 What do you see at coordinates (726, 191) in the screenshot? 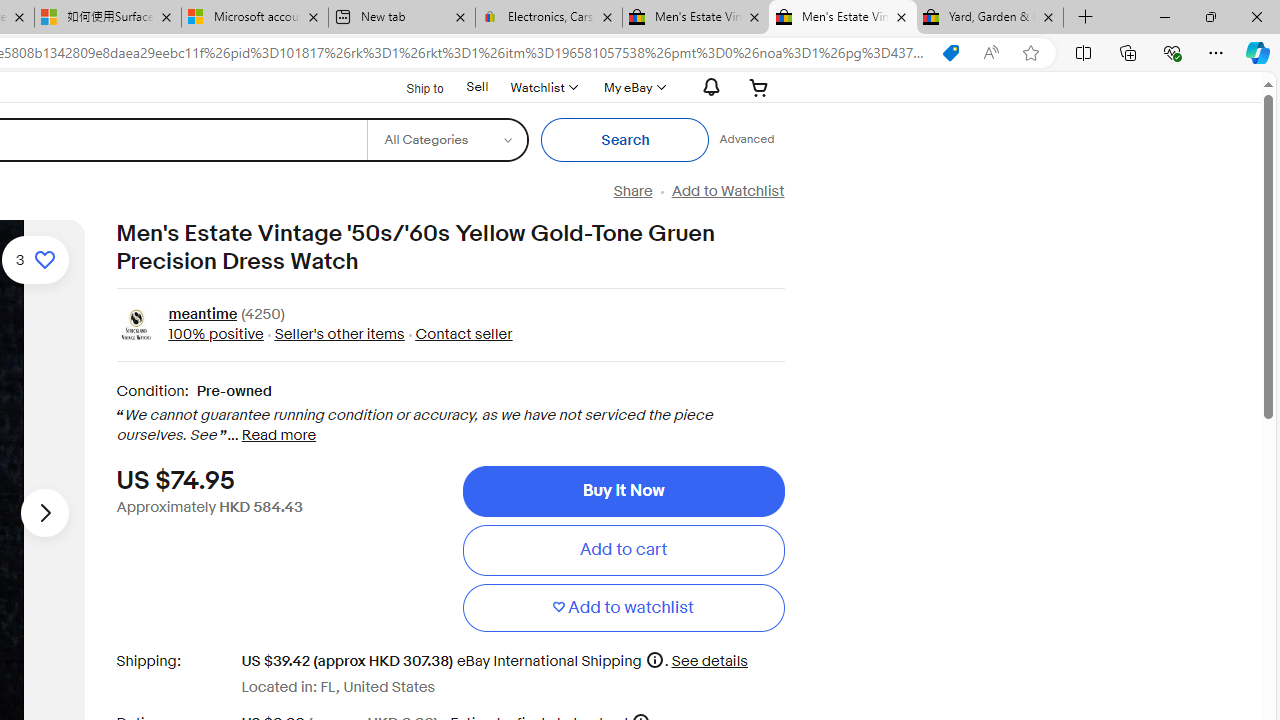
I see `'Add to Watchlist'` at bounding box center [726, 191].